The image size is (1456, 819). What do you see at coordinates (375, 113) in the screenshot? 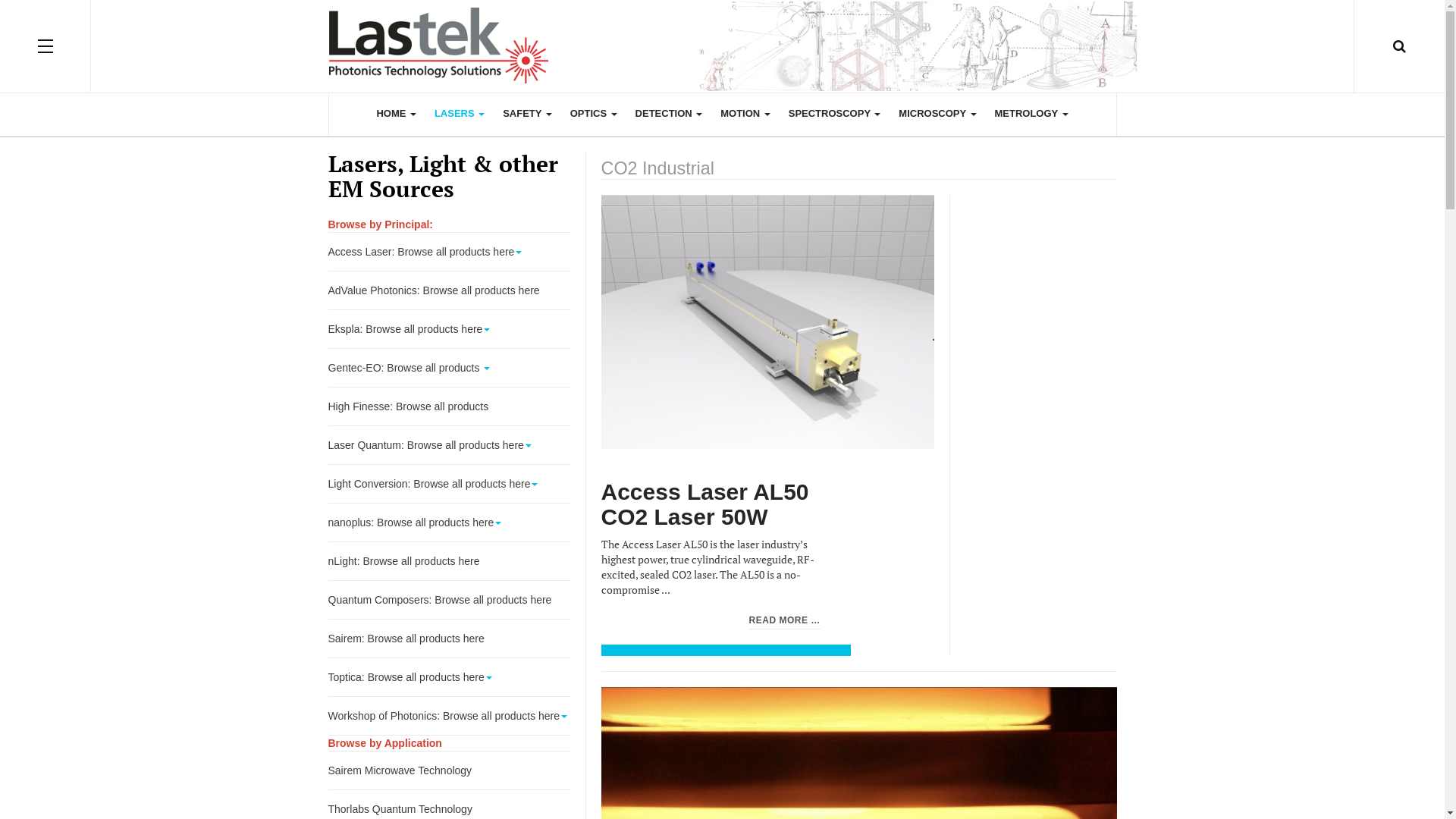
I see `'HOME'` at bounding box center [375, 113].